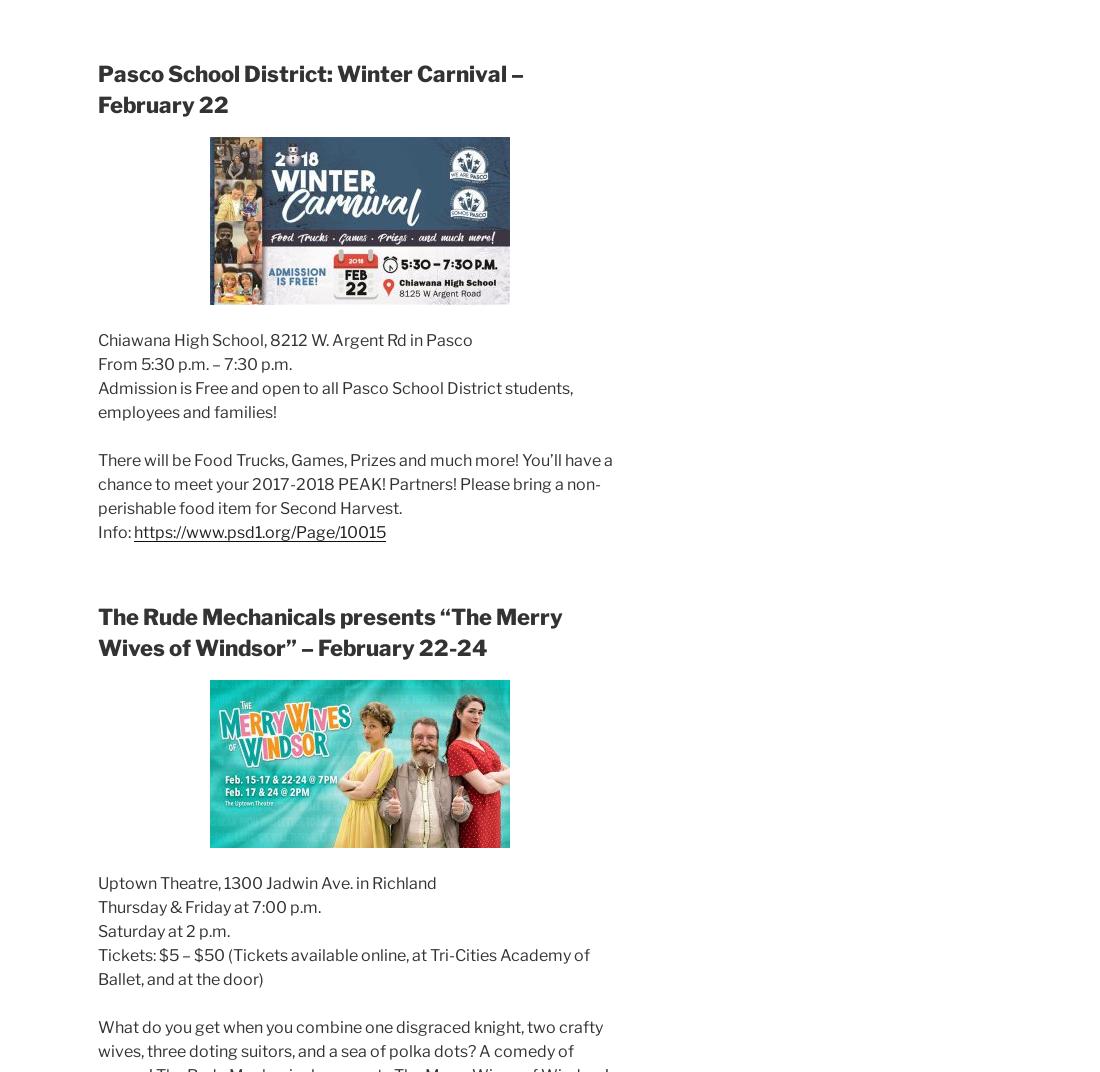  I want to click on 'There will be Food Trucks, Games, Prizes and much more! You’ll have a chance to meet your 2017-2018 PEAK! Partners! Please bring a non-perishable food item for Second Harvest.', so click(355, 483).